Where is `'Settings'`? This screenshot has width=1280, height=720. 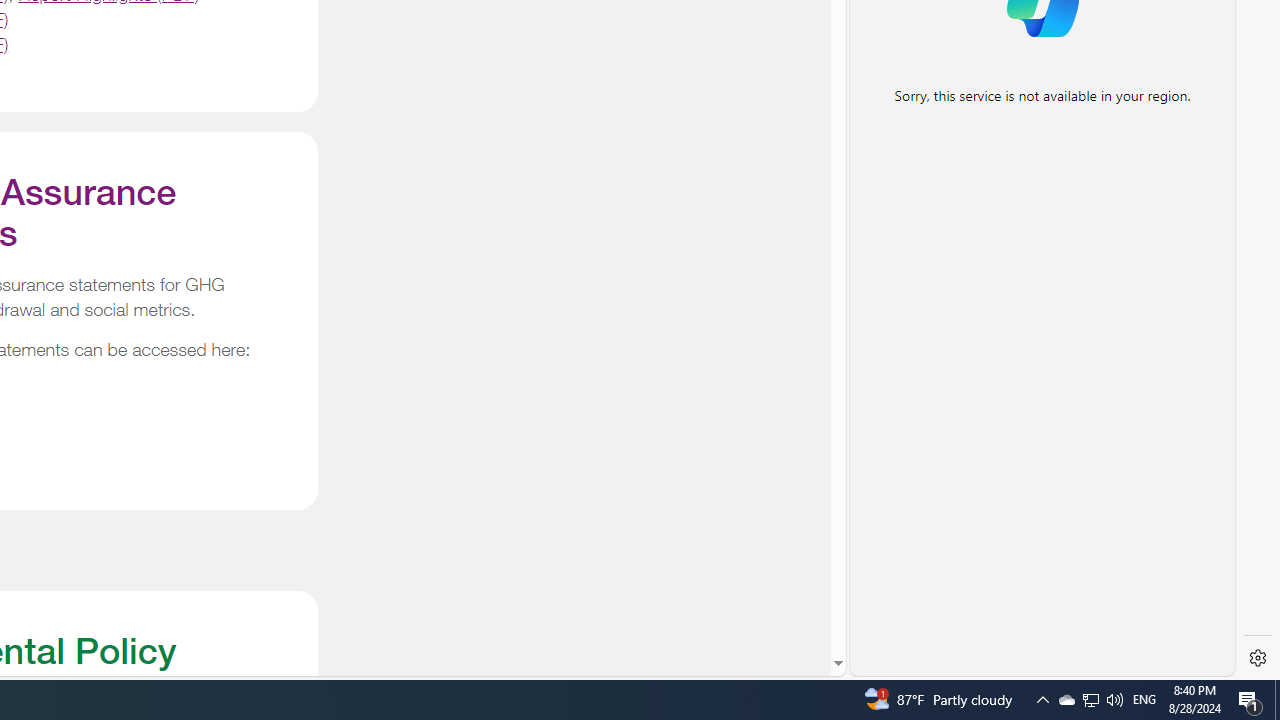 'Settings' is located at coordinates (1257, 658).